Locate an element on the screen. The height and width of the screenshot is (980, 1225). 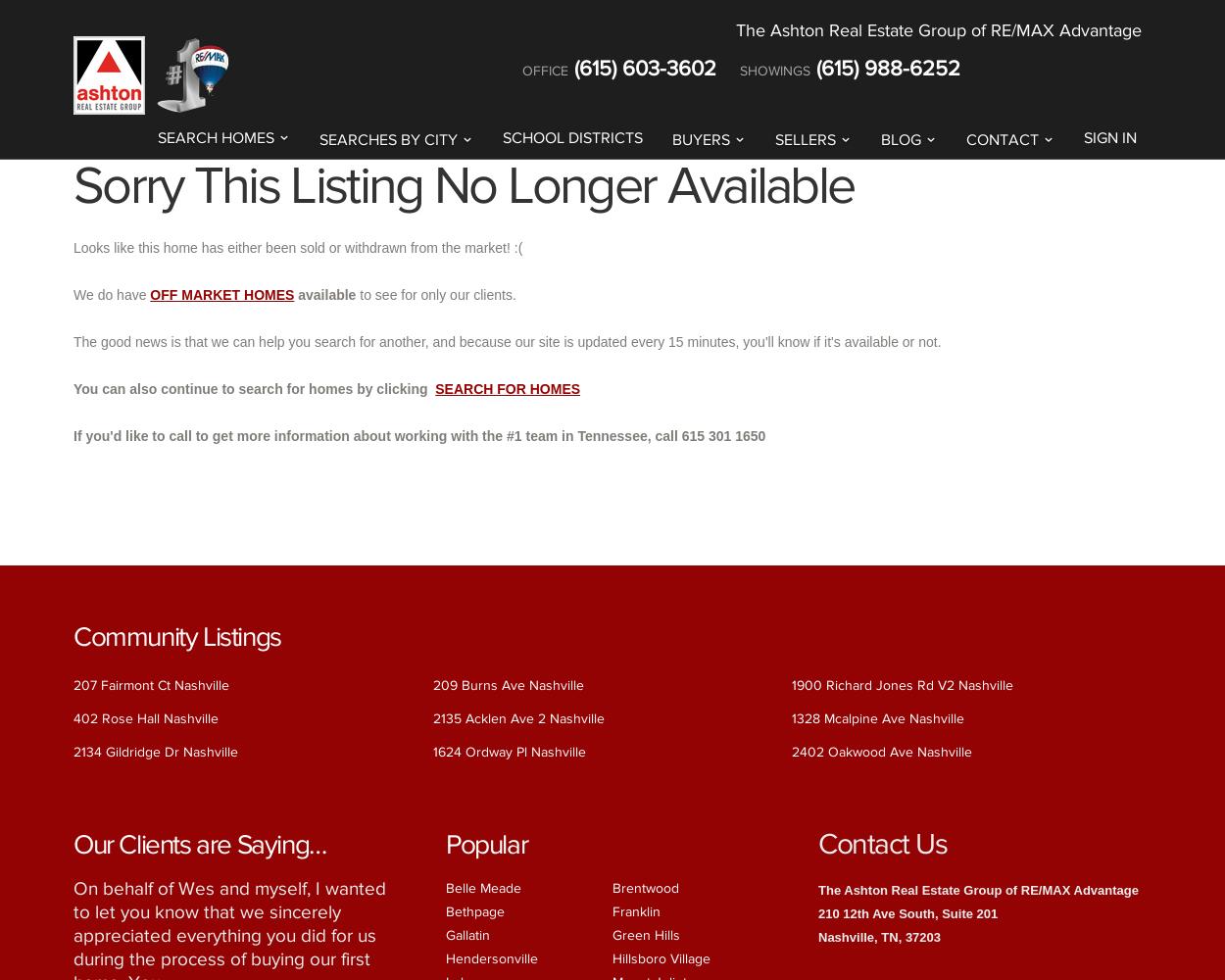
'210 12th Ave South, Suite 201' is located at coordinates (907, 912).